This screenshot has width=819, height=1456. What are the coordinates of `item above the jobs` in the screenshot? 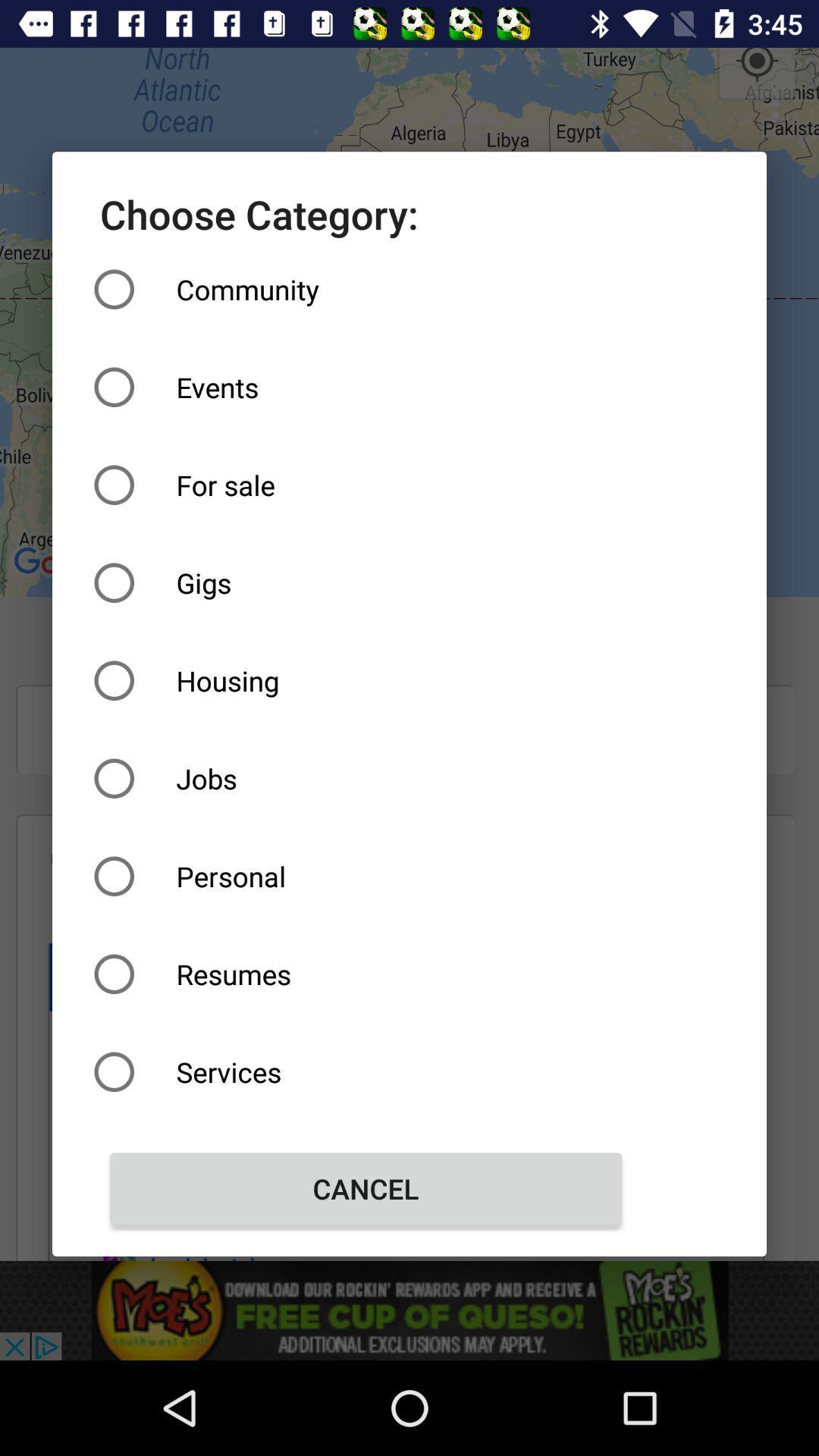 It's located at (366, 679).